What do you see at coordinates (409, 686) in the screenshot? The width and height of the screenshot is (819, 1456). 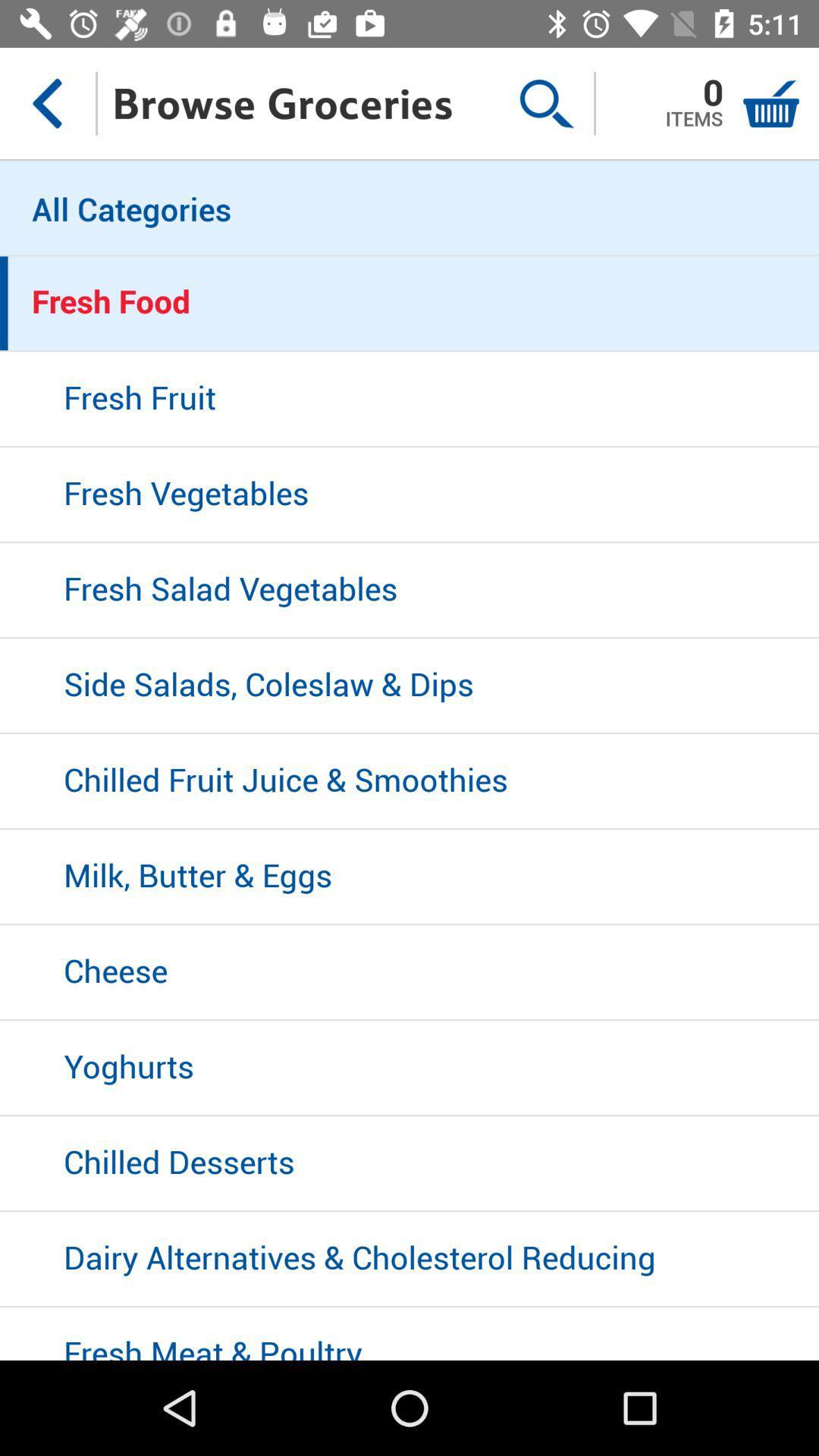 I see `side salads coleslaw item` at bounding box center [409, 686].